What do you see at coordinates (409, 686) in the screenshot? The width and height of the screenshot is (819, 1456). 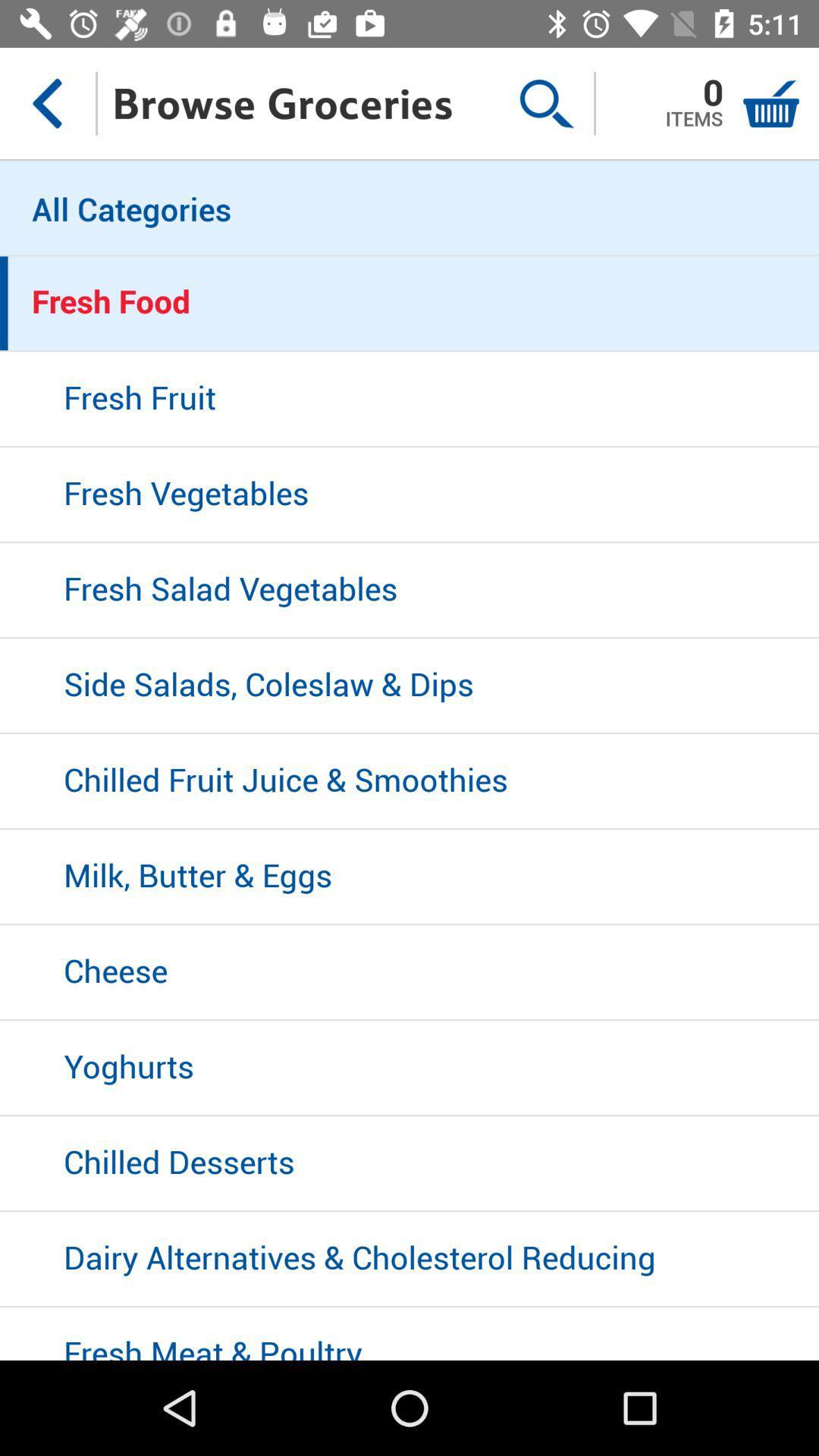 I see `side salads coleslaw item` at bounding box center [409, 686].